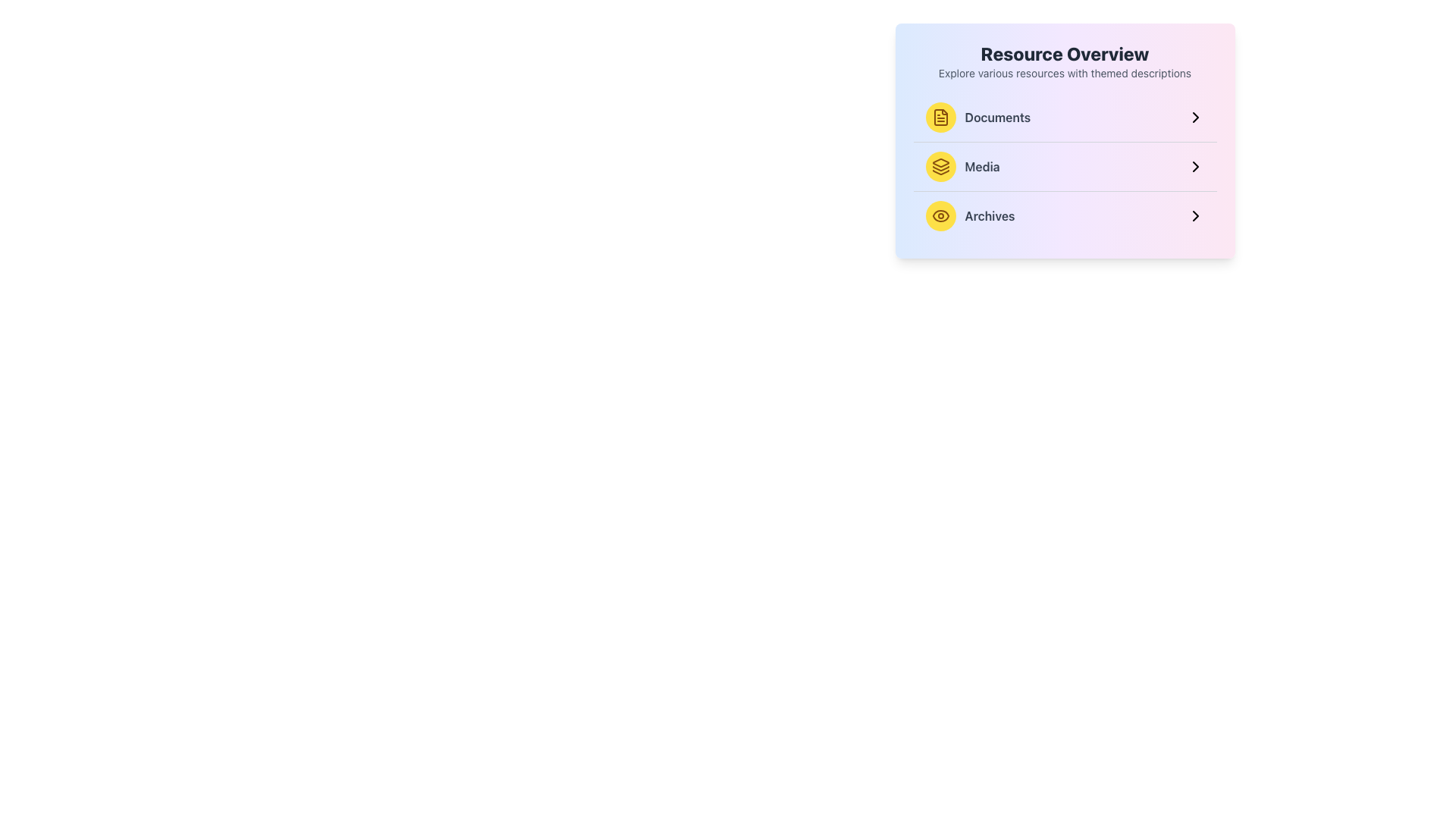 The height and width of the screenshot is (819, 1456). Describe the element at coordinates (969, 216) in the screenshot. I see `the 'Archives' list item in the 'Resource Overview' section` at that location.